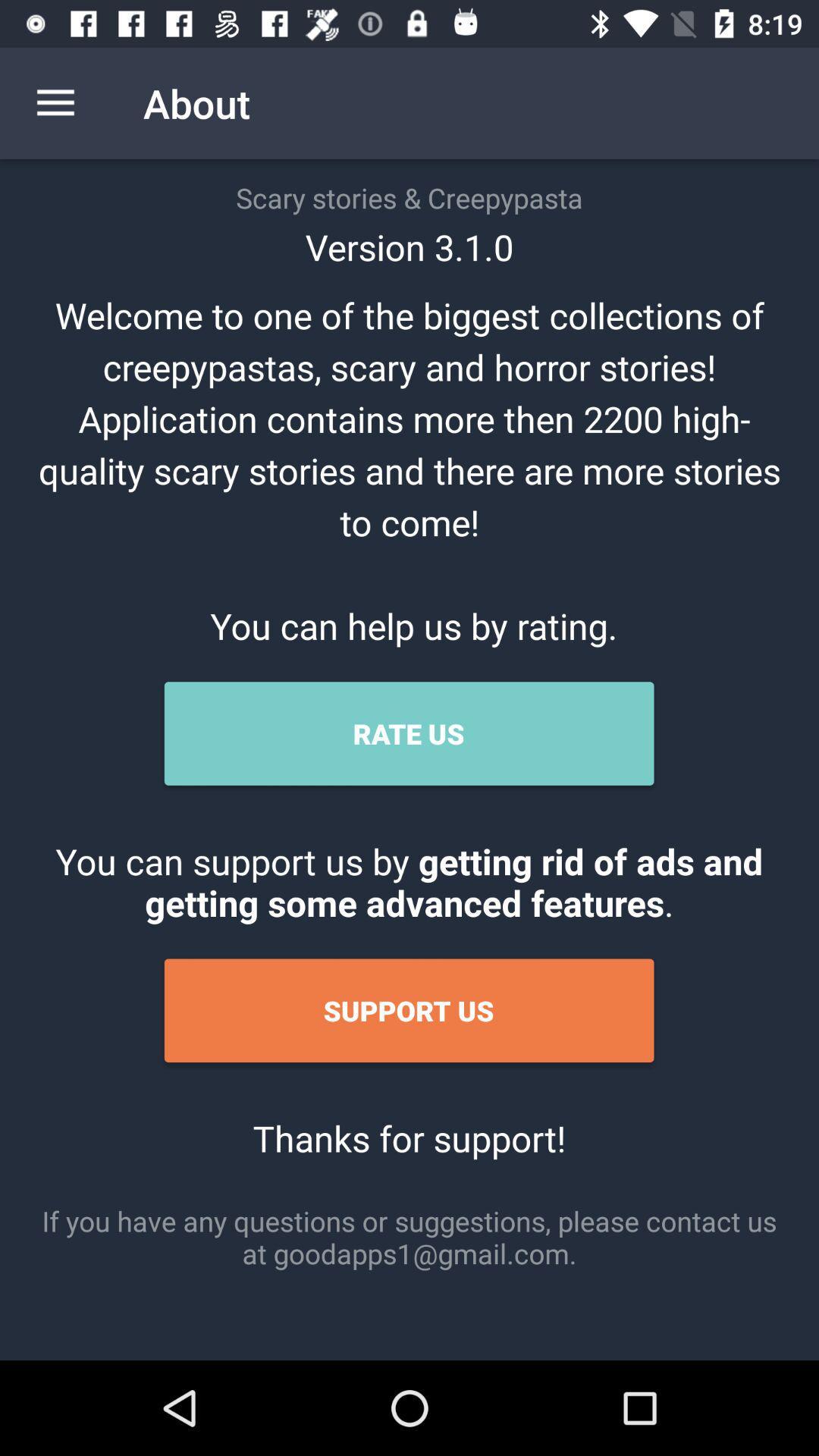 The image size is (819, 1456). What do you see at coordinates (408, 733) in the screenshot?
I see `the rate us` at bounding box center [408, 733].